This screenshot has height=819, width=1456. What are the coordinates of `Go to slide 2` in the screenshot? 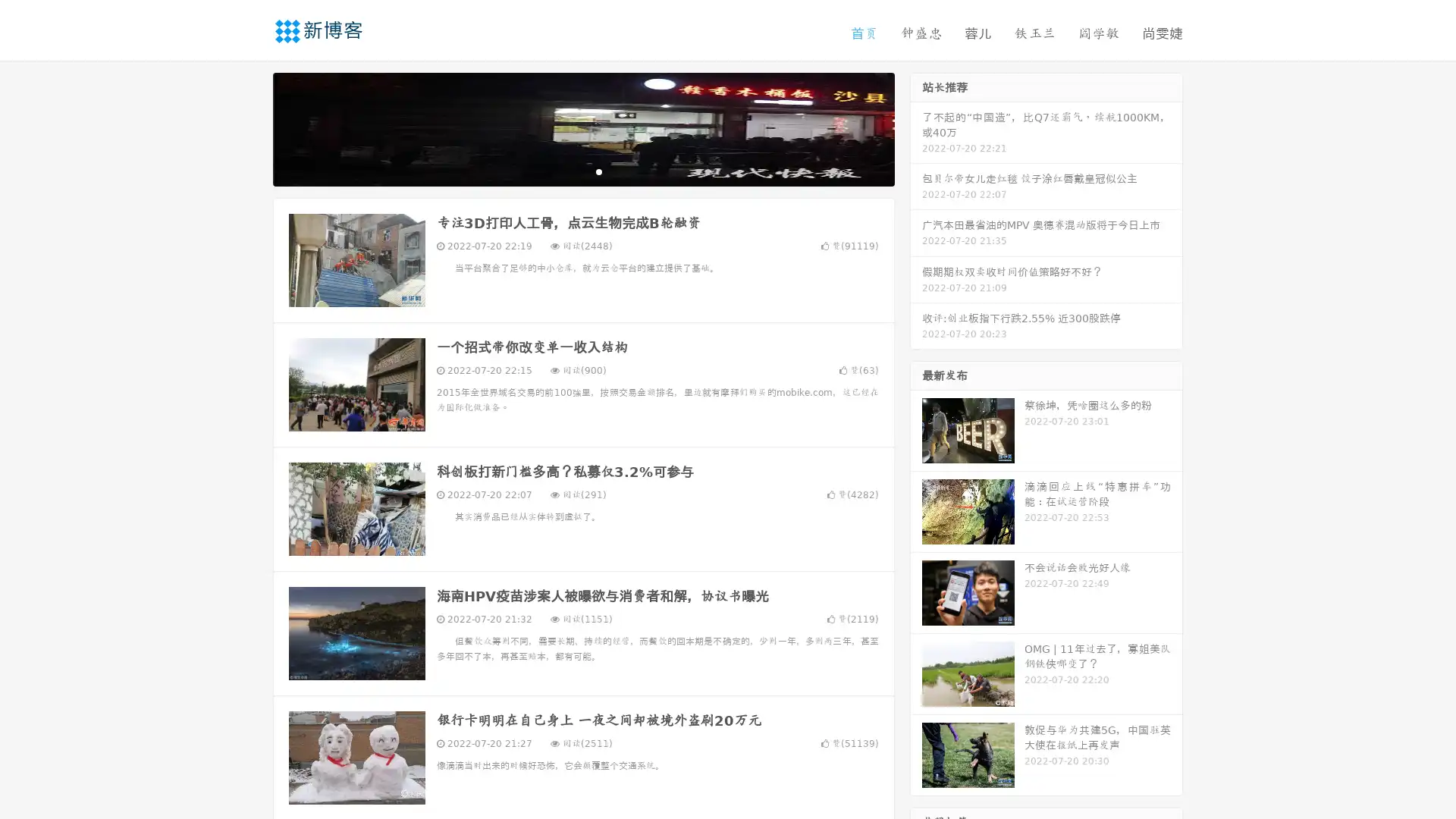 It's located at (582, 171).